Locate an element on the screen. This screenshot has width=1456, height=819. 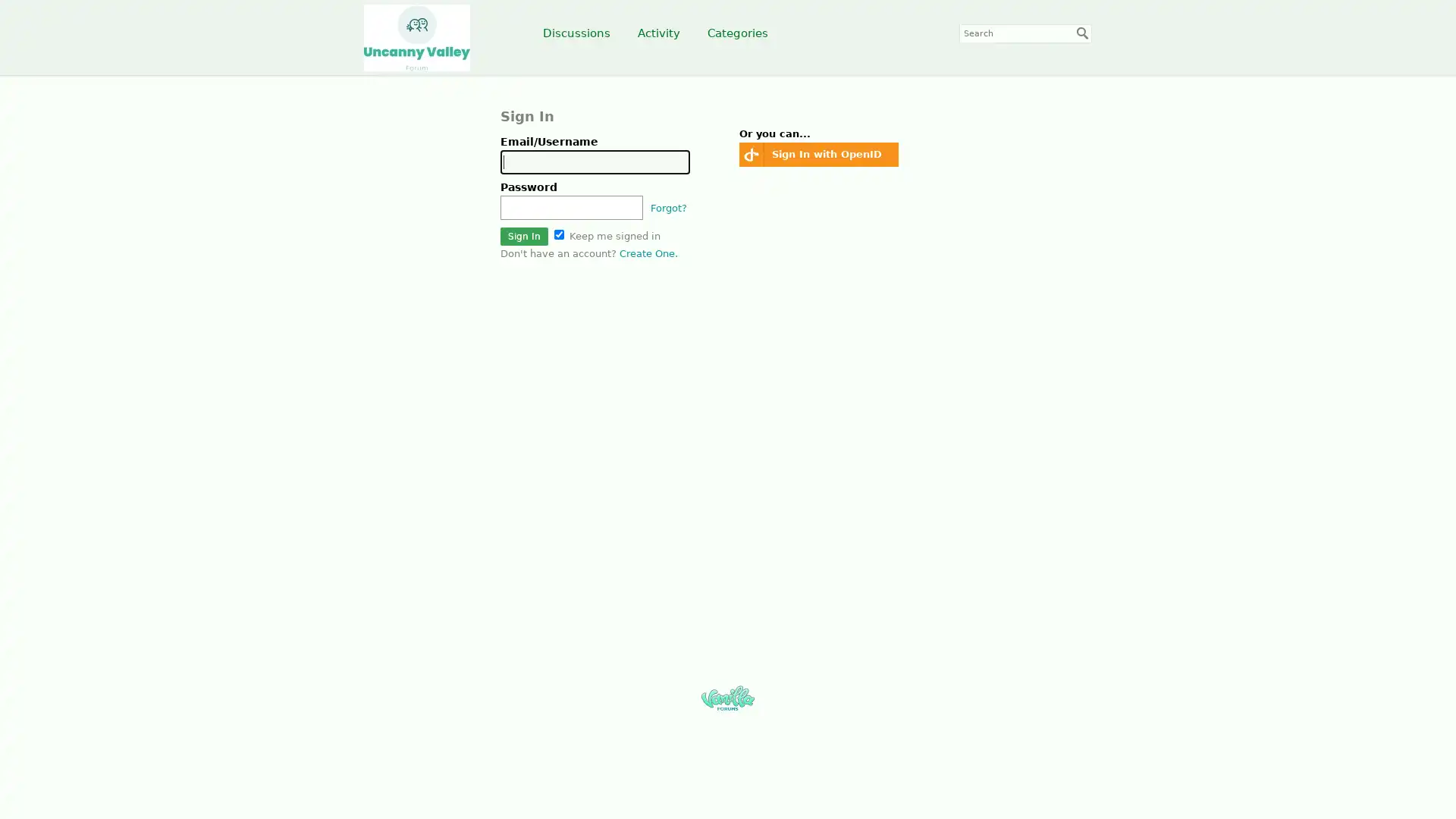
Sign In is located at coordinates (524, 237).